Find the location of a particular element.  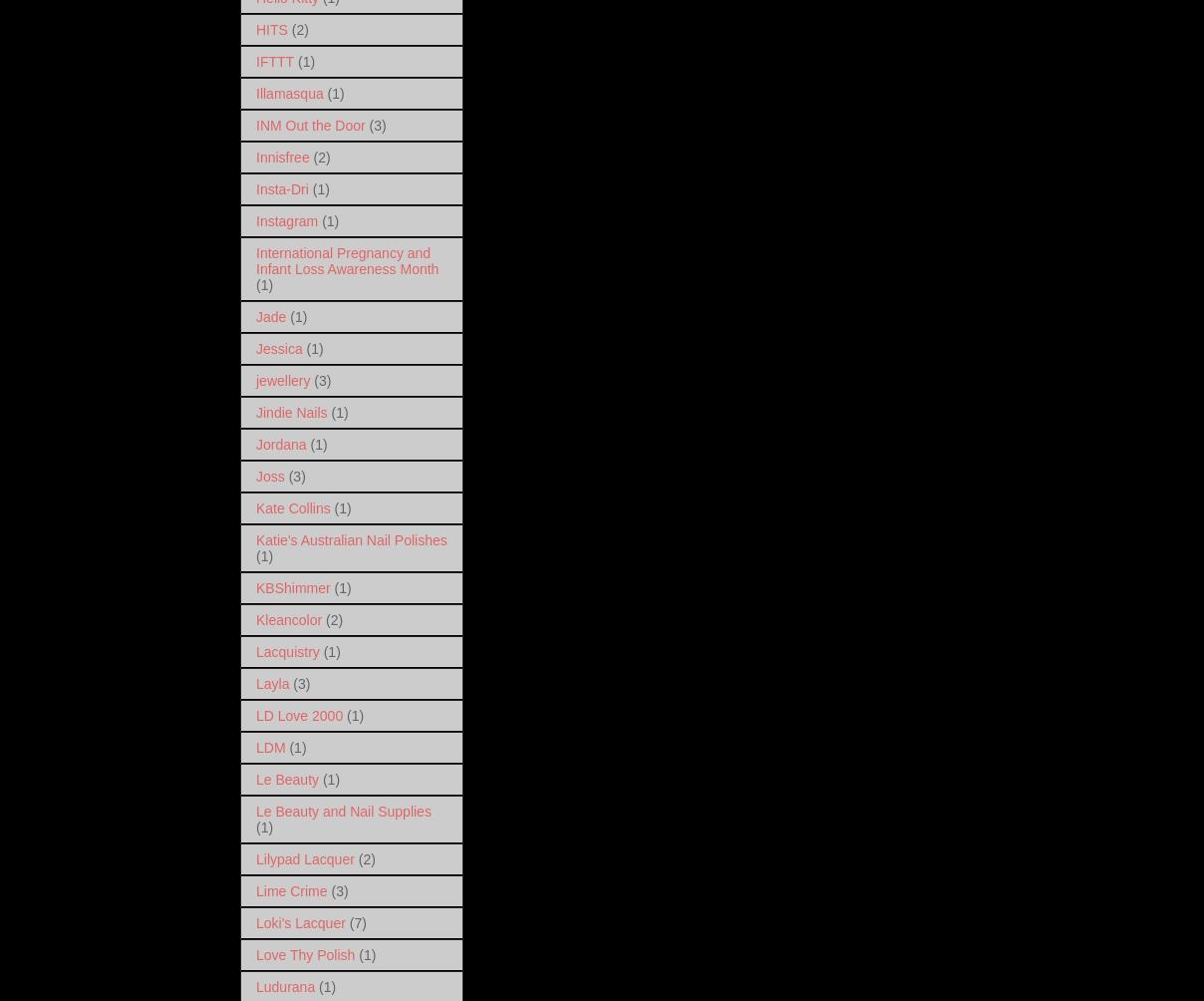

'Love Thy Polish' is located at coordinates (304, 953).